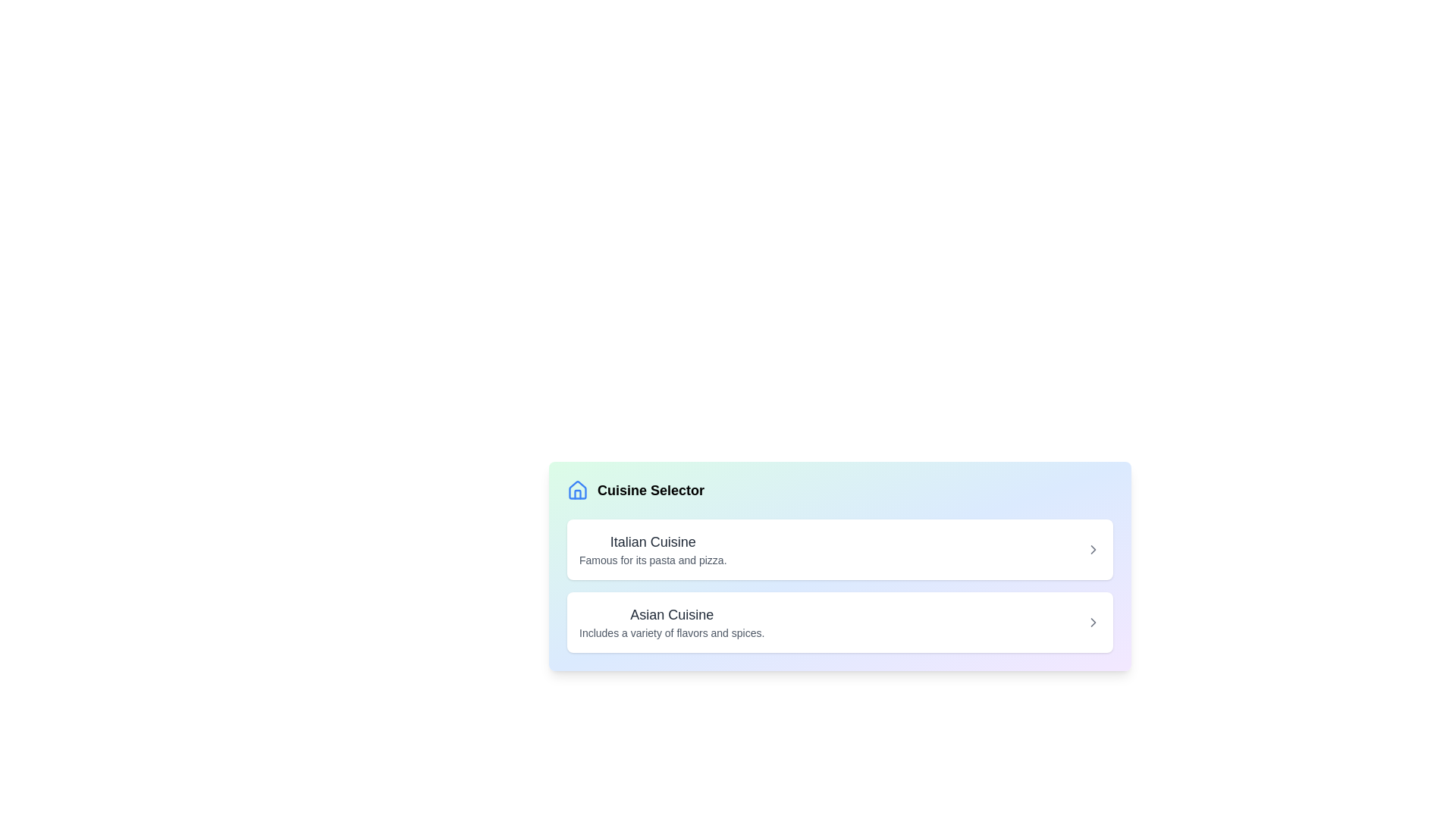 The width and height of the screenshot is (1456, 819). What do you see at coordinates (671, 623) in the screenshot?
I see `the 'Asian Cuisine' text label, which is the second item under the 'Cuisine Selector' header, featuring a bold font and a description about flavors and spices` at bounding box center [671, 623].